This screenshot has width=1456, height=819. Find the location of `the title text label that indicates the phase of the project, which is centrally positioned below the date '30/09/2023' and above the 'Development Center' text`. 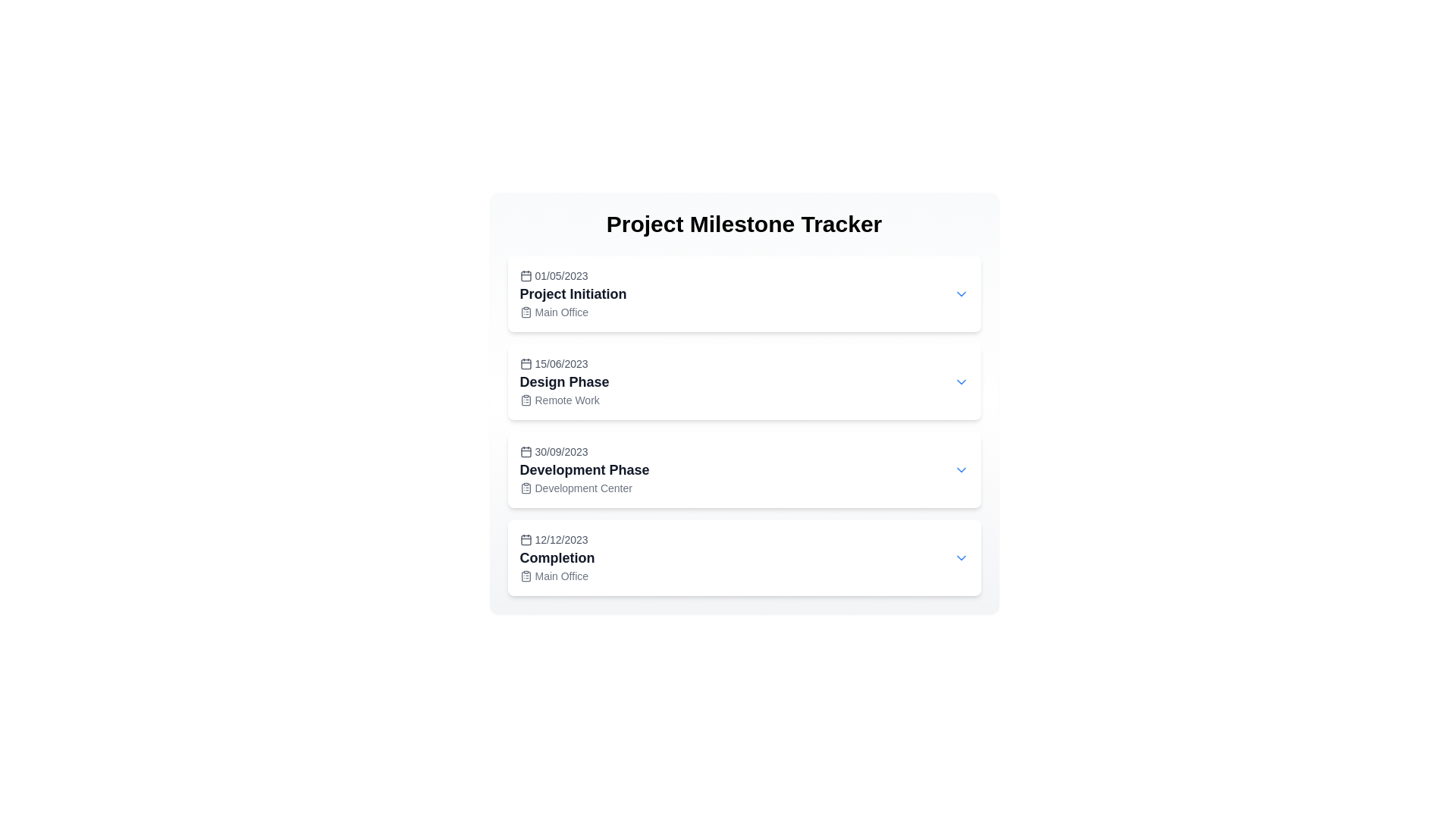

the title text label that indicates the phase of the project, which is centrally positioned below the date '30/09/2023' and above the 'Development Center' text is located at coordinates (584, 469).